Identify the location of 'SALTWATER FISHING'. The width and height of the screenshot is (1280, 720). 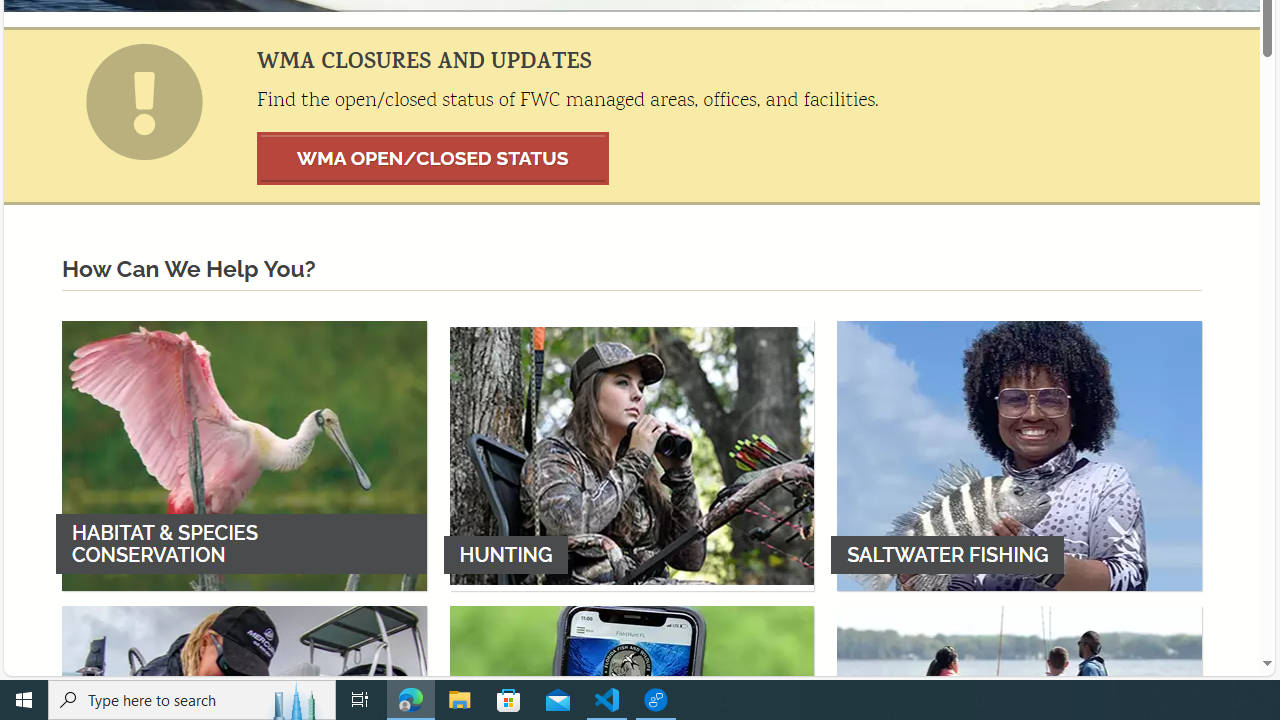
(1019, 455).